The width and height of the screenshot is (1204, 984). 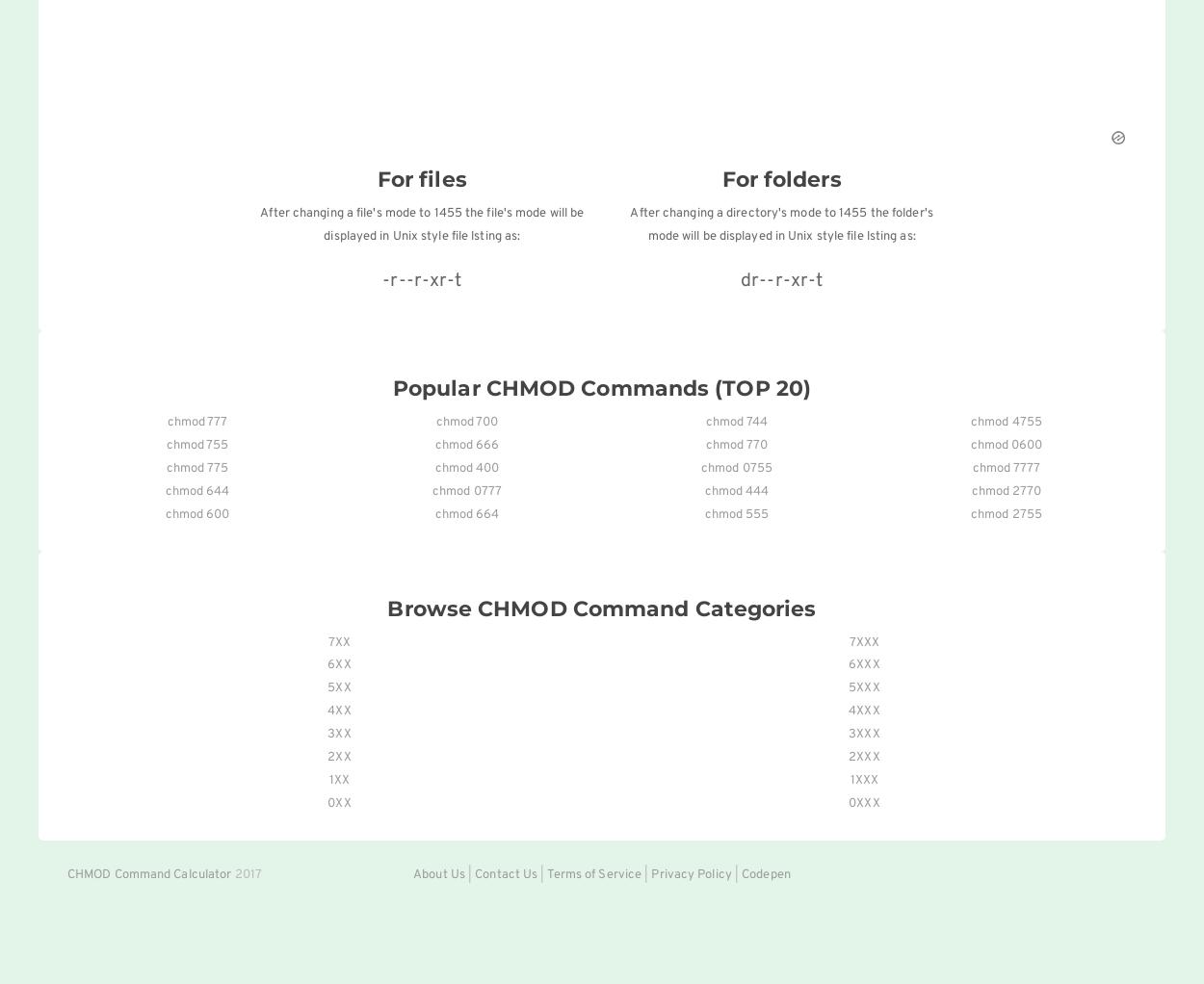 I want to click on '7XXX', so click(x=849, y=640).